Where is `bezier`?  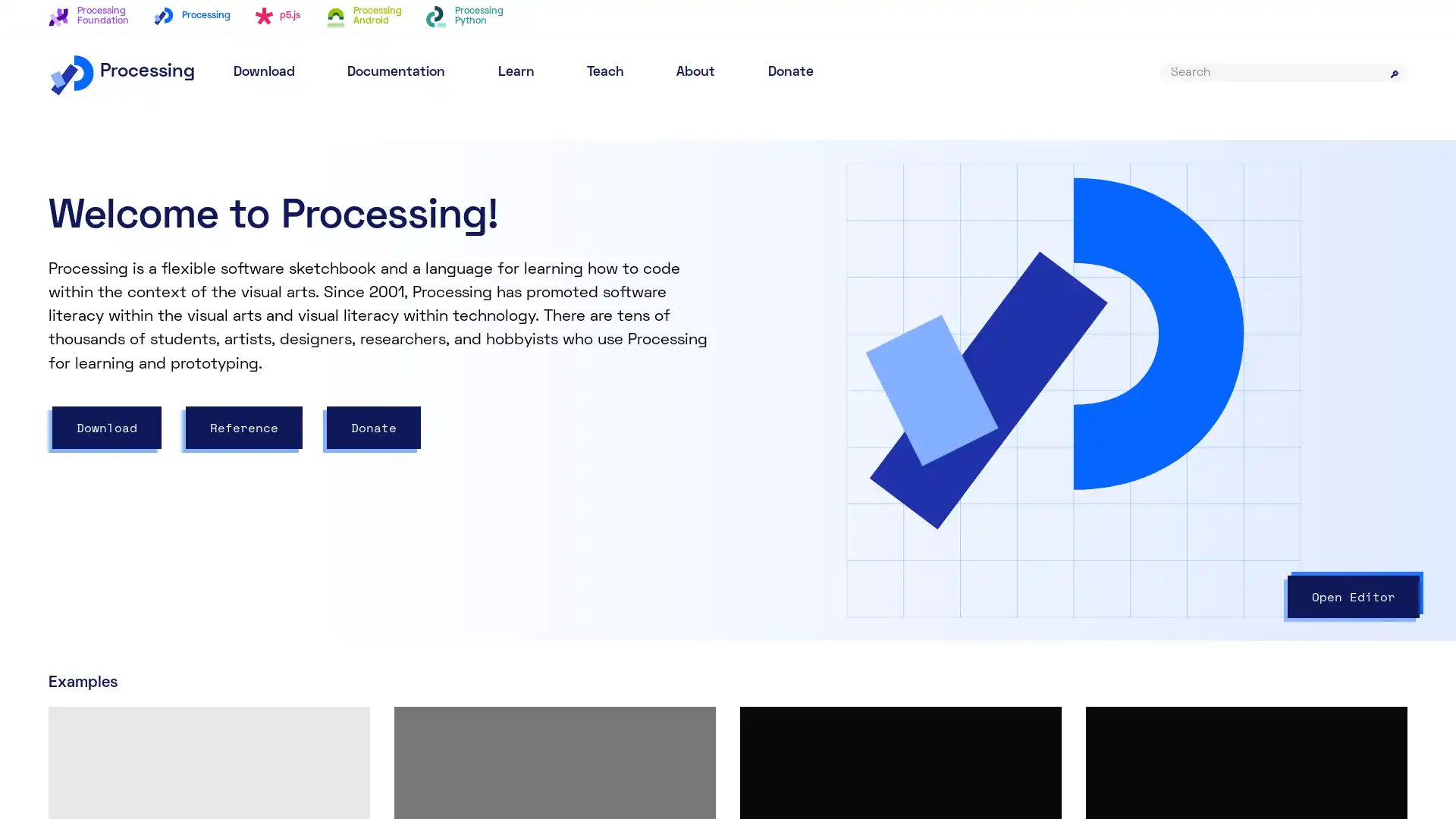 bezier is located at coordinates (792, 416).